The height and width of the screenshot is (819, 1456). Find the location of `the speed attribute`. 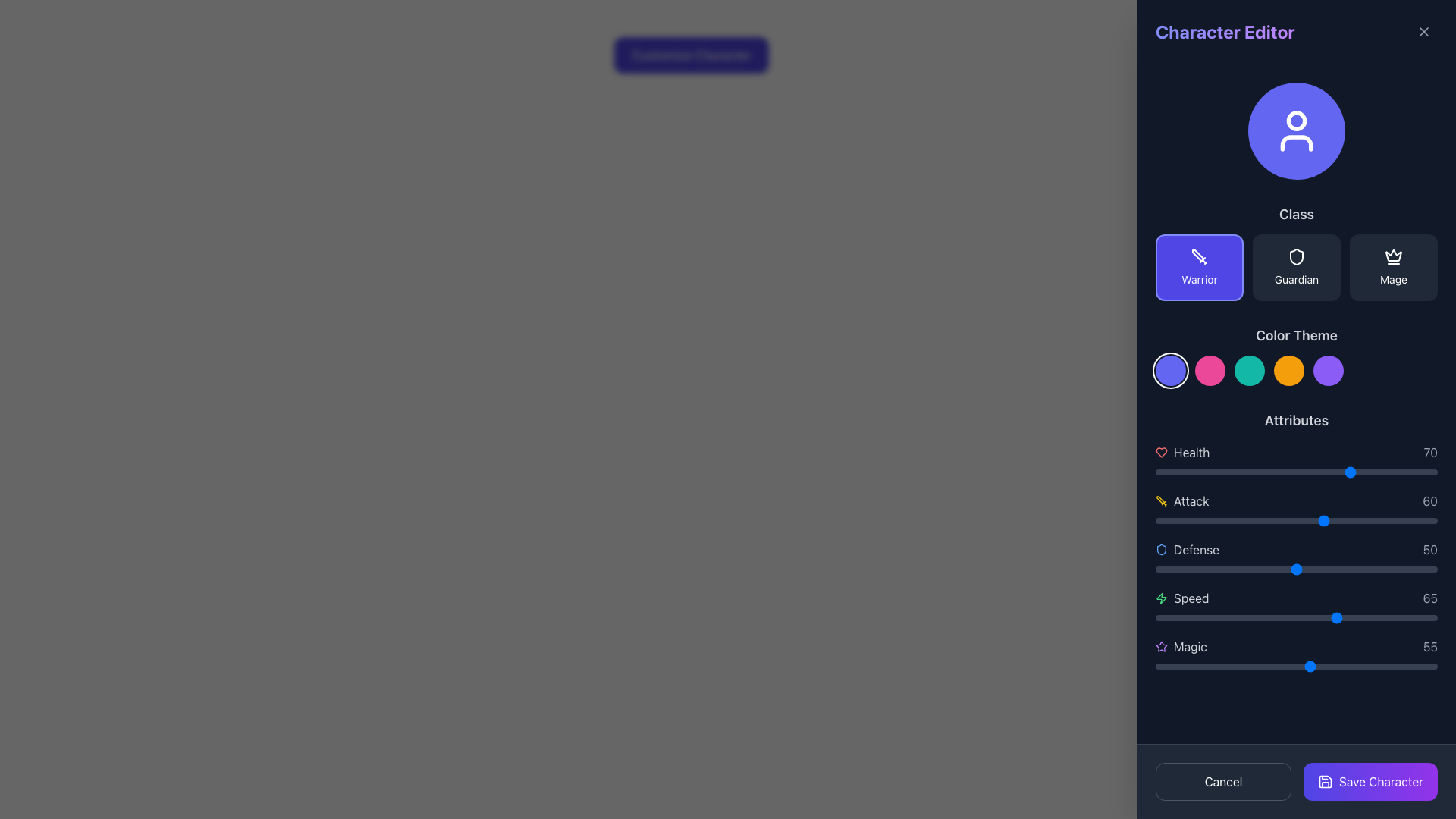

the speed attribute is located at coordinates (1232, 617).